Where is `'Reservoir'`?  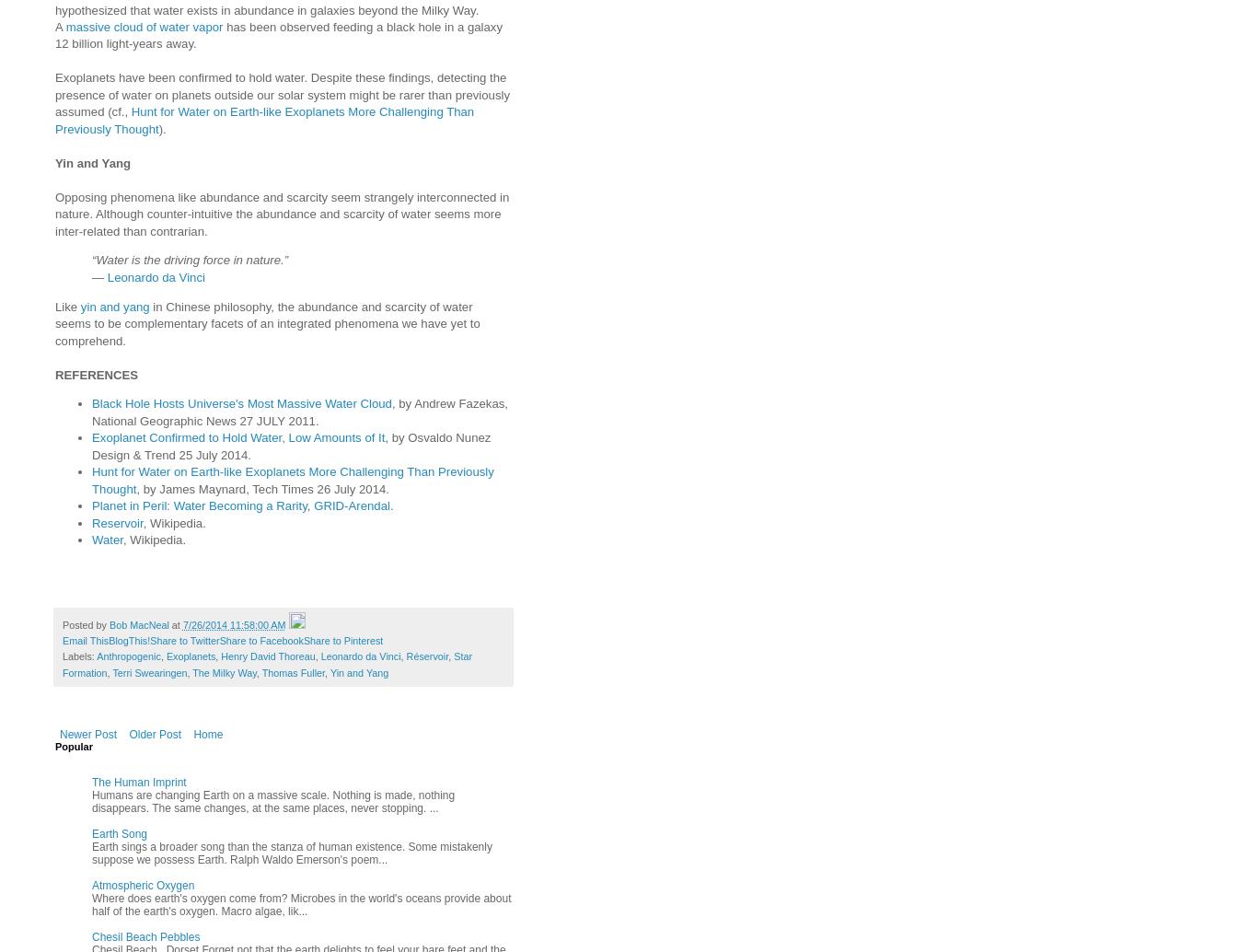 'Reservoir' is located at coordinates (116, 522).